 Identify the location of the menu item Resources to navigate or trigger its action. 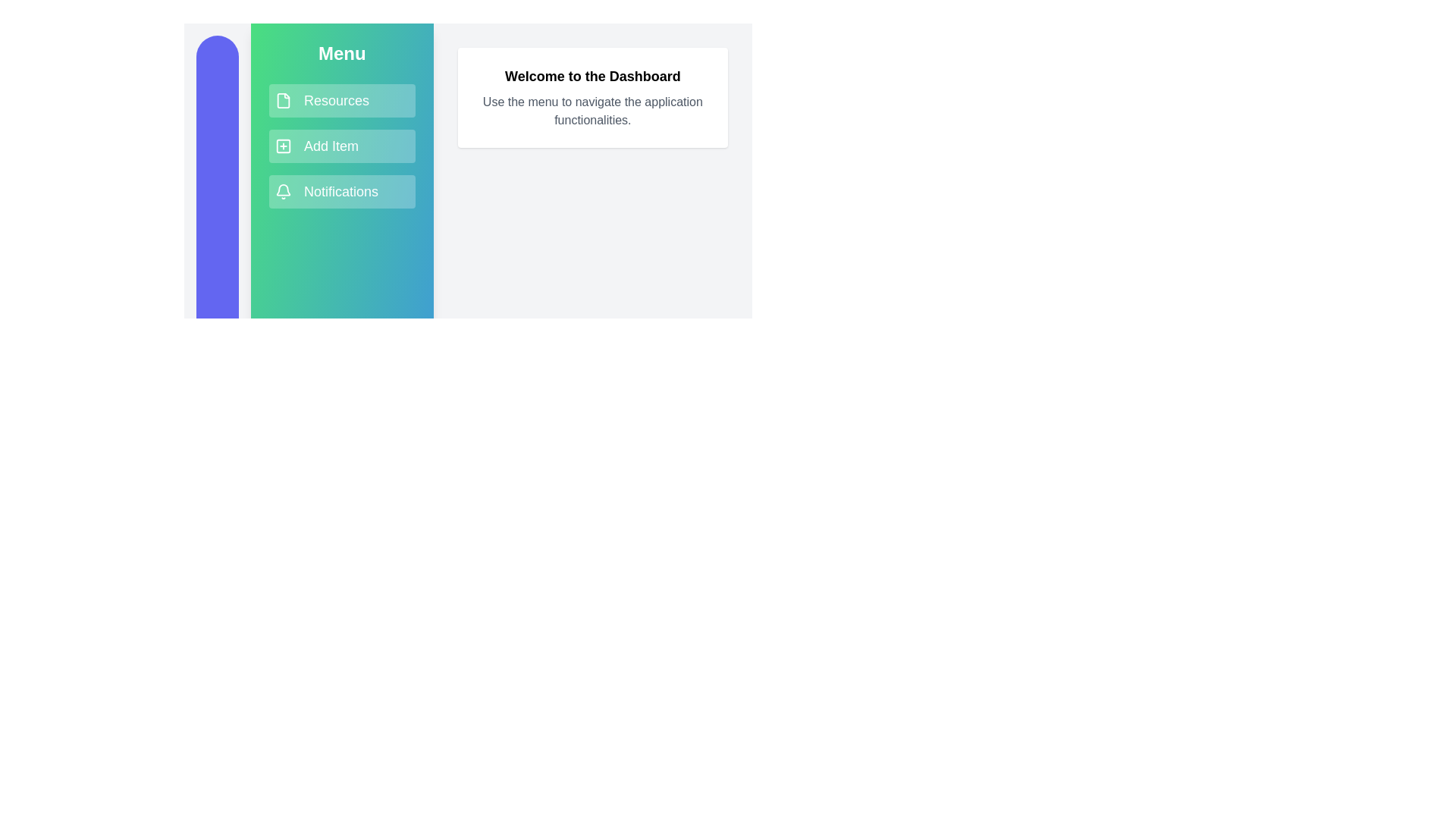
(341, 100).